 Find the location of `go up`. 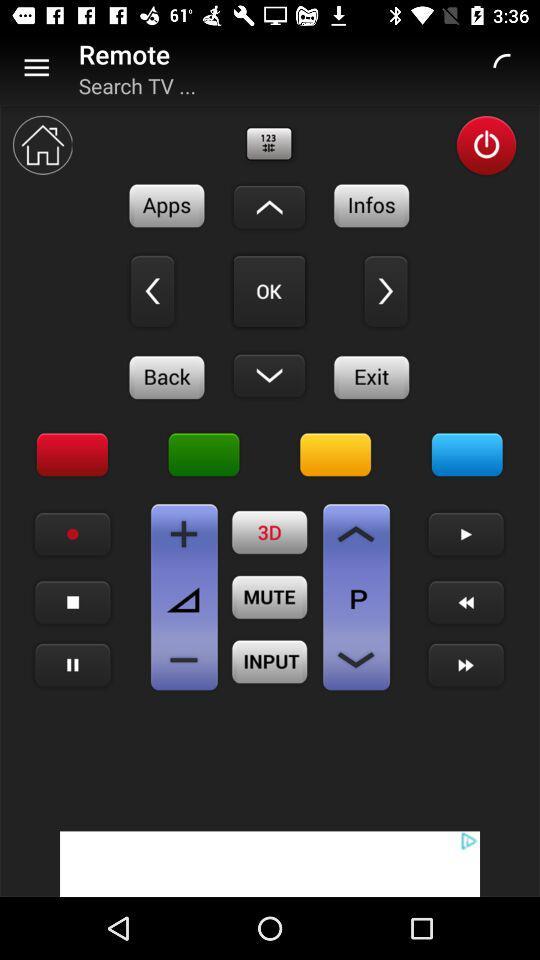

go up is located at coordinates (269, 207).